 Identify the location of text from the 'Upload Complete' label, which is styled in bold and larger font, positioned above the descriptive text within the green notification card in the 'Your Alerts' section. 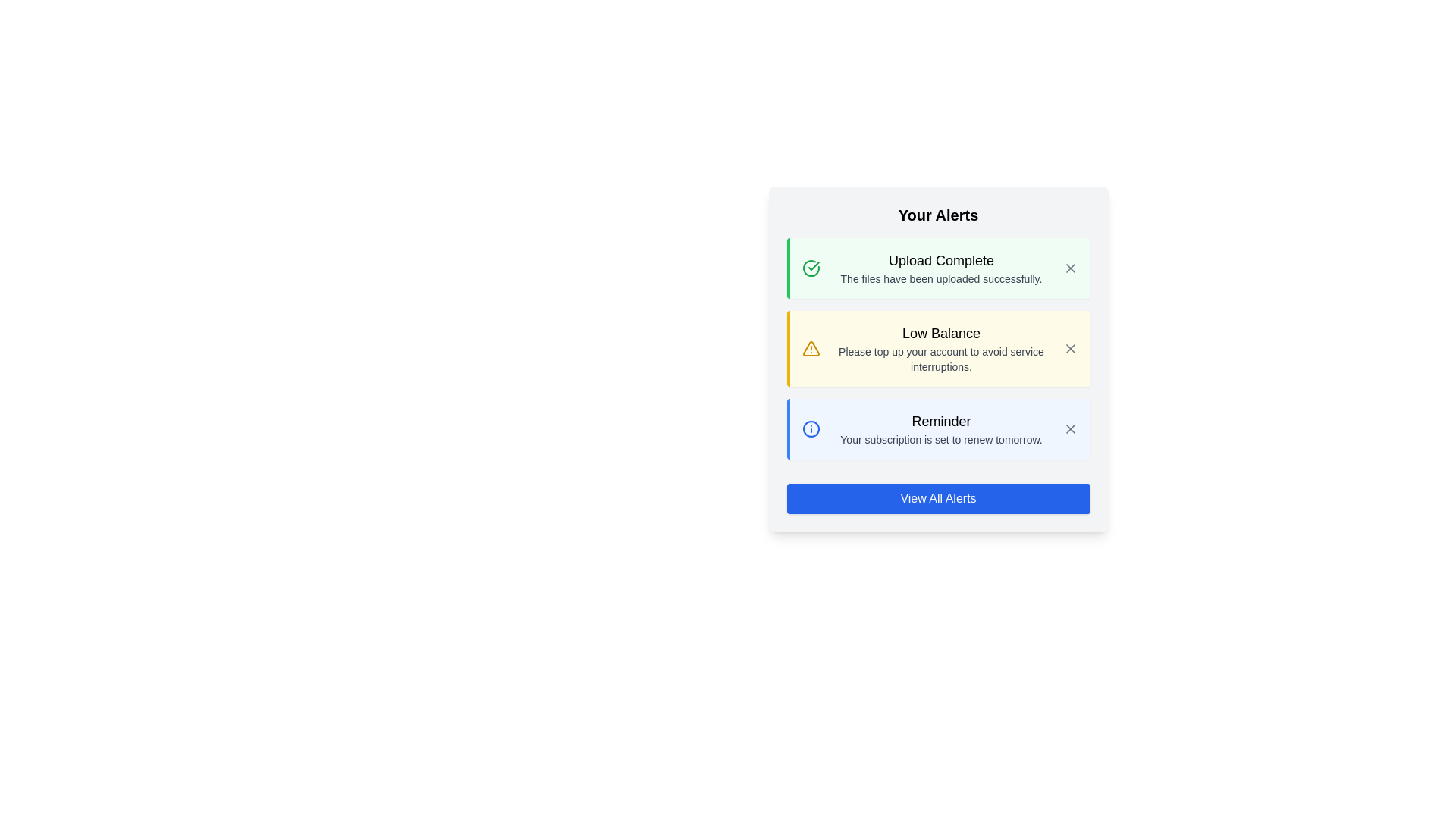
(940, 259).